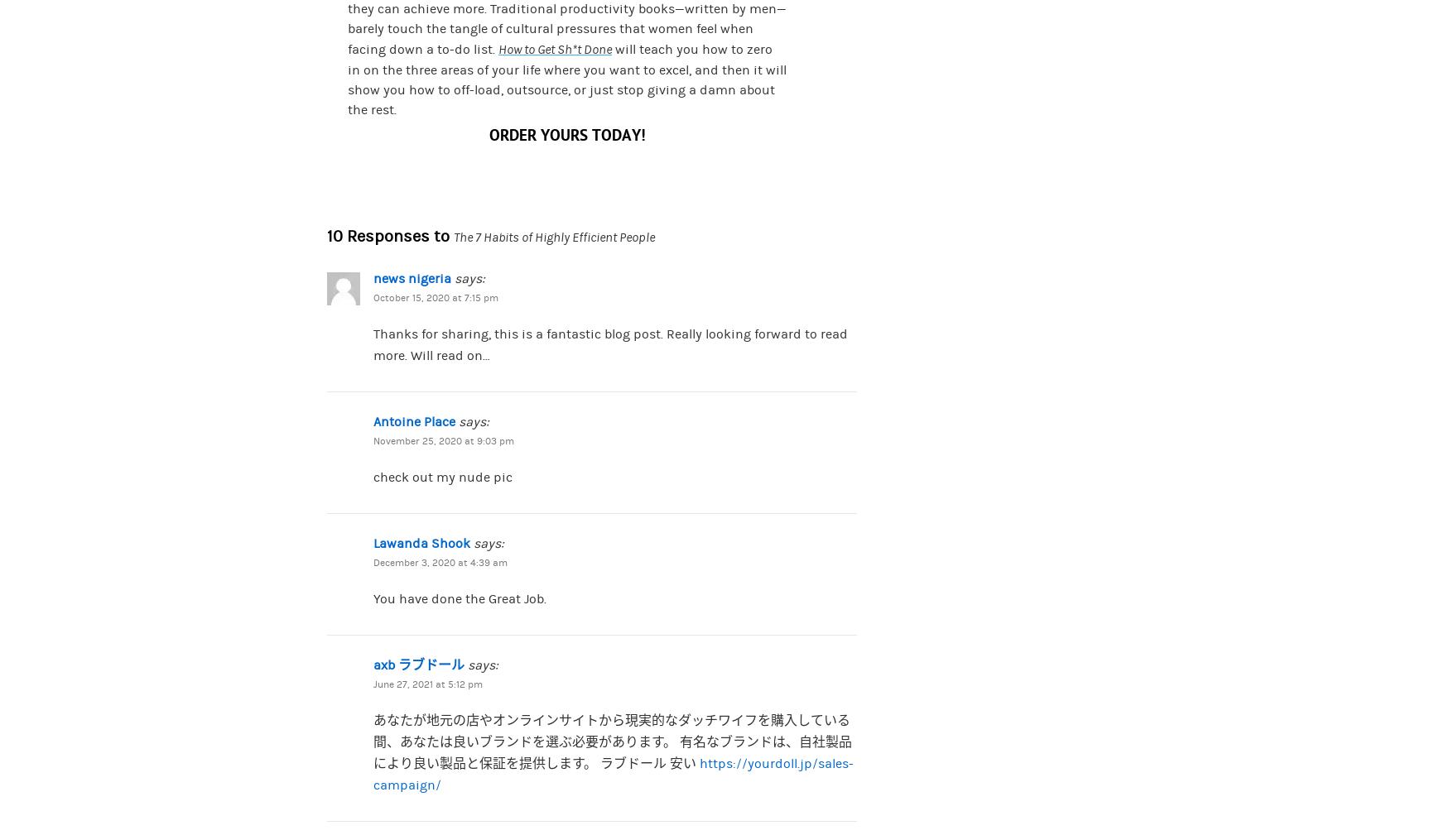  What do you see at coordinates (441, 477) in the screenshot?
I see `'check out my nude pic'` at bounding box center [441, 477].